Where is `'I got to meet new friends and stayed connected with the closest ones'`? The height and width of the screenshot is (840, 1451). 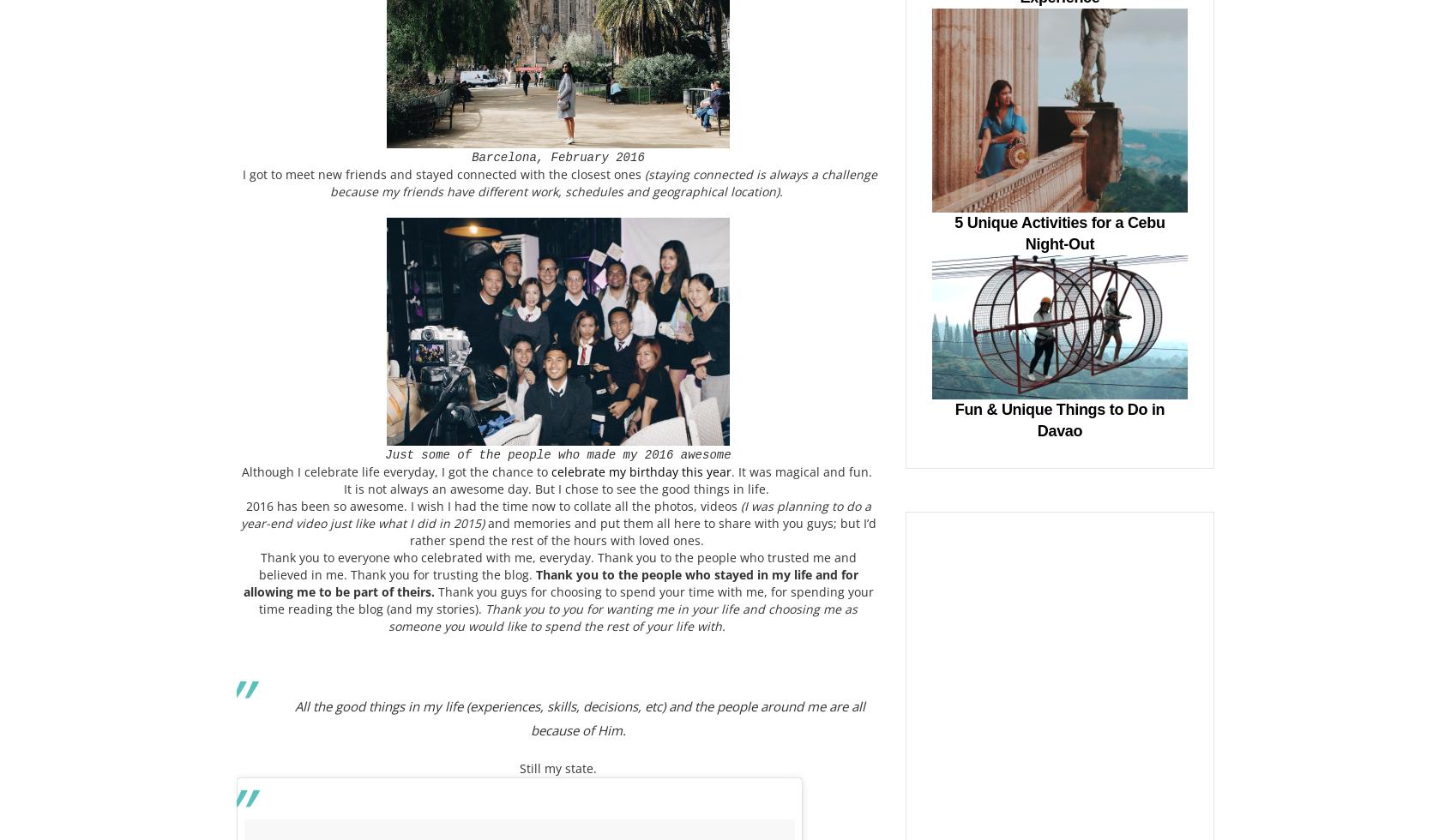
'I got to meet new friends and stayed connected with the closest ones' is located at coordinates (442, 173).